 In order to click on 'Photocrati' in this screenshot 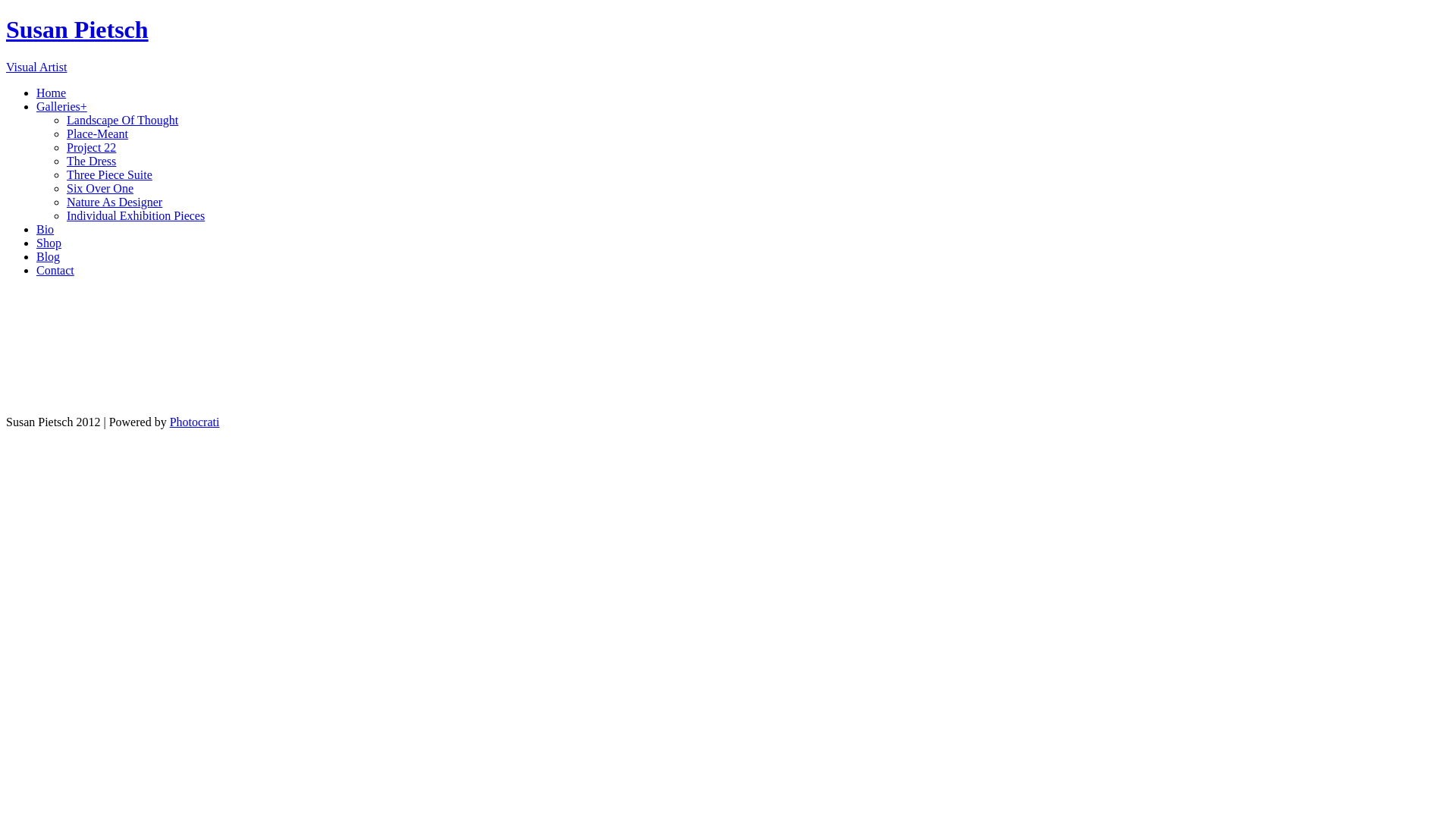, I will do `click(170, 422)`.